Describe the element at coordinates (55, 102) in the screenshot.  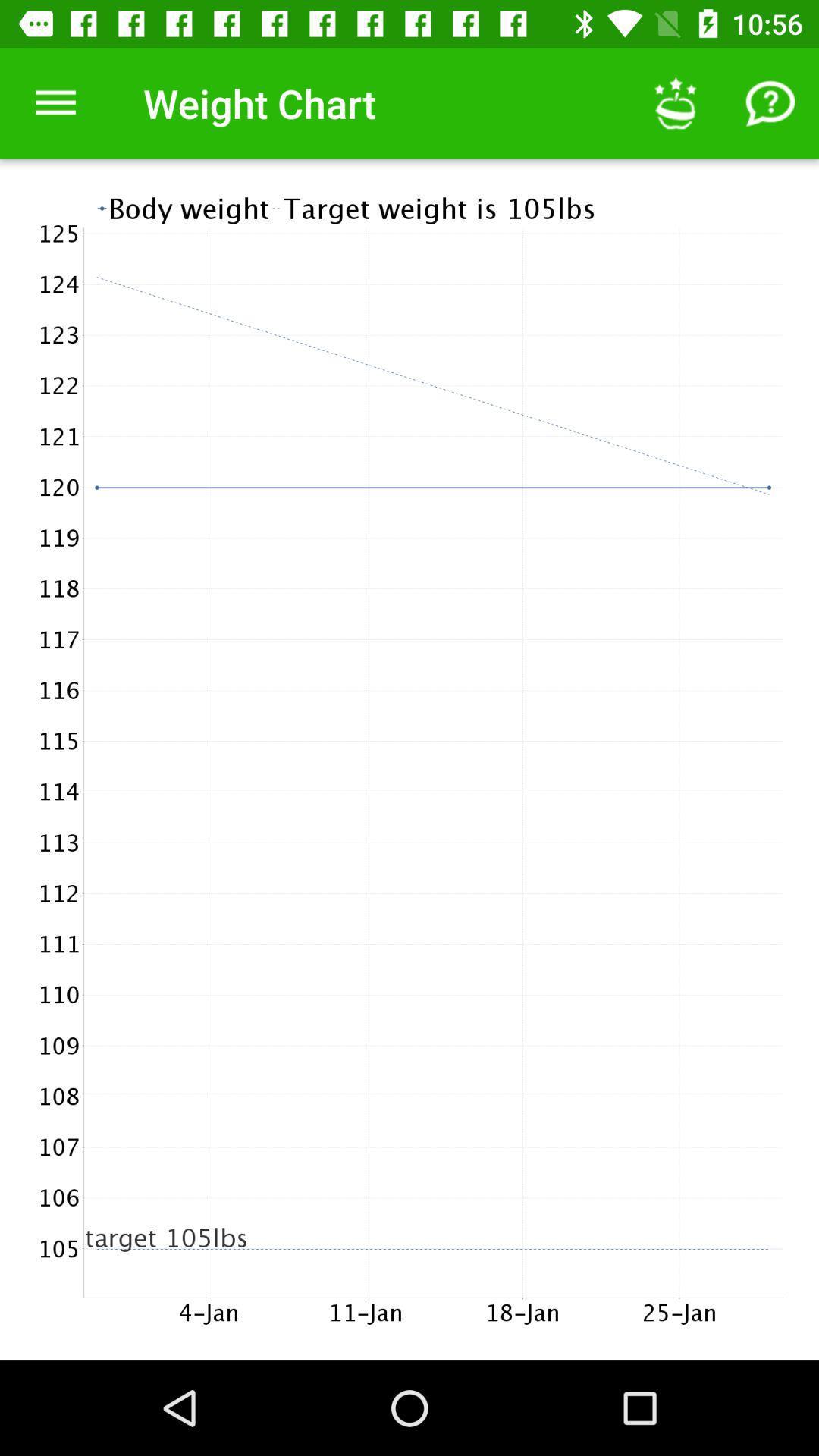
I see `item next to the weight chart icon` at that location.